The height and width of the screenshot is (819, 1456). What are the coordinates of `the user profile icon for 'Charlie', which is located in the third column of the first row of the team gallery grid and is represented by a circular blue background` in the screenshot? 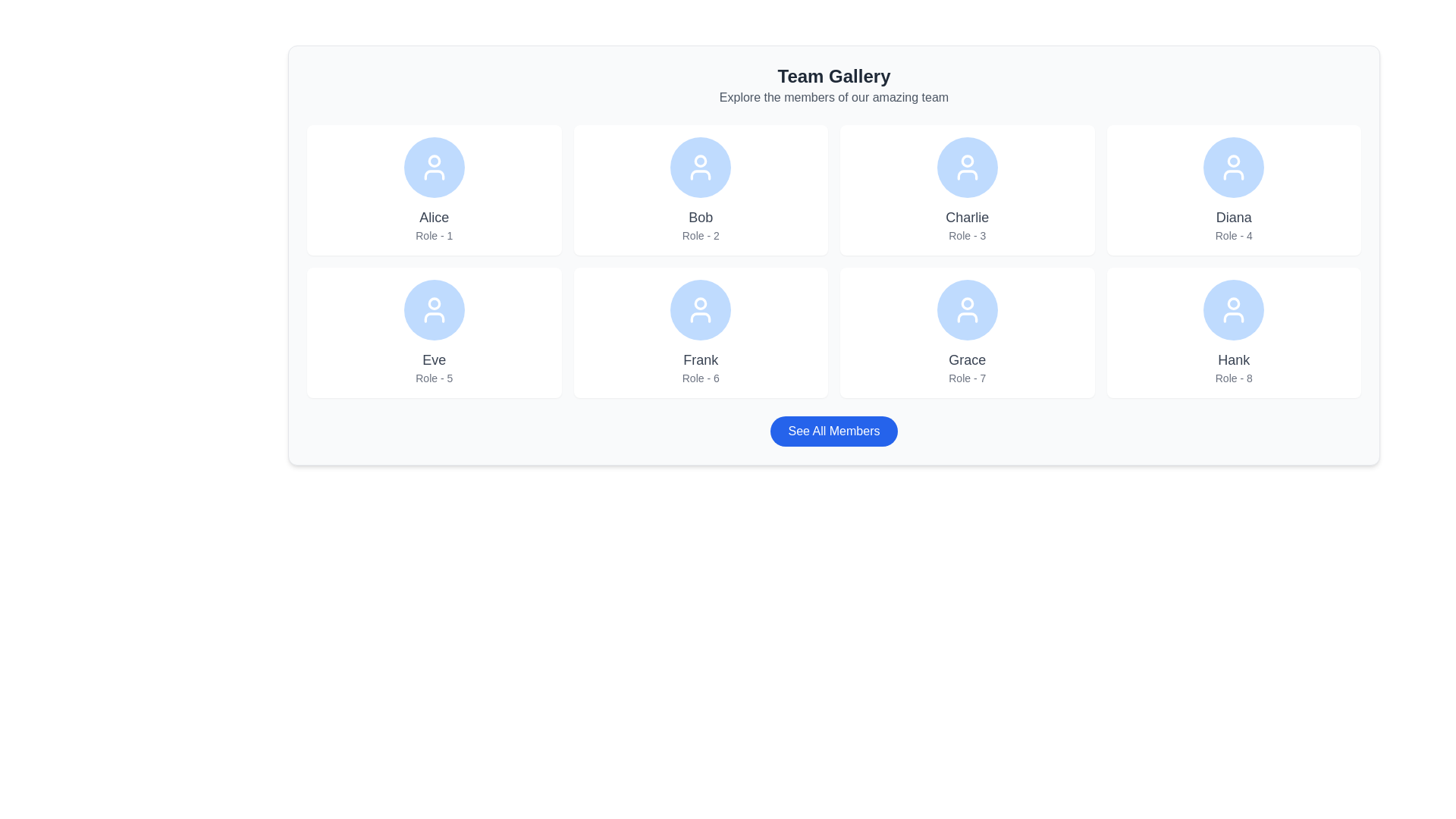 It's located at (966, 167).